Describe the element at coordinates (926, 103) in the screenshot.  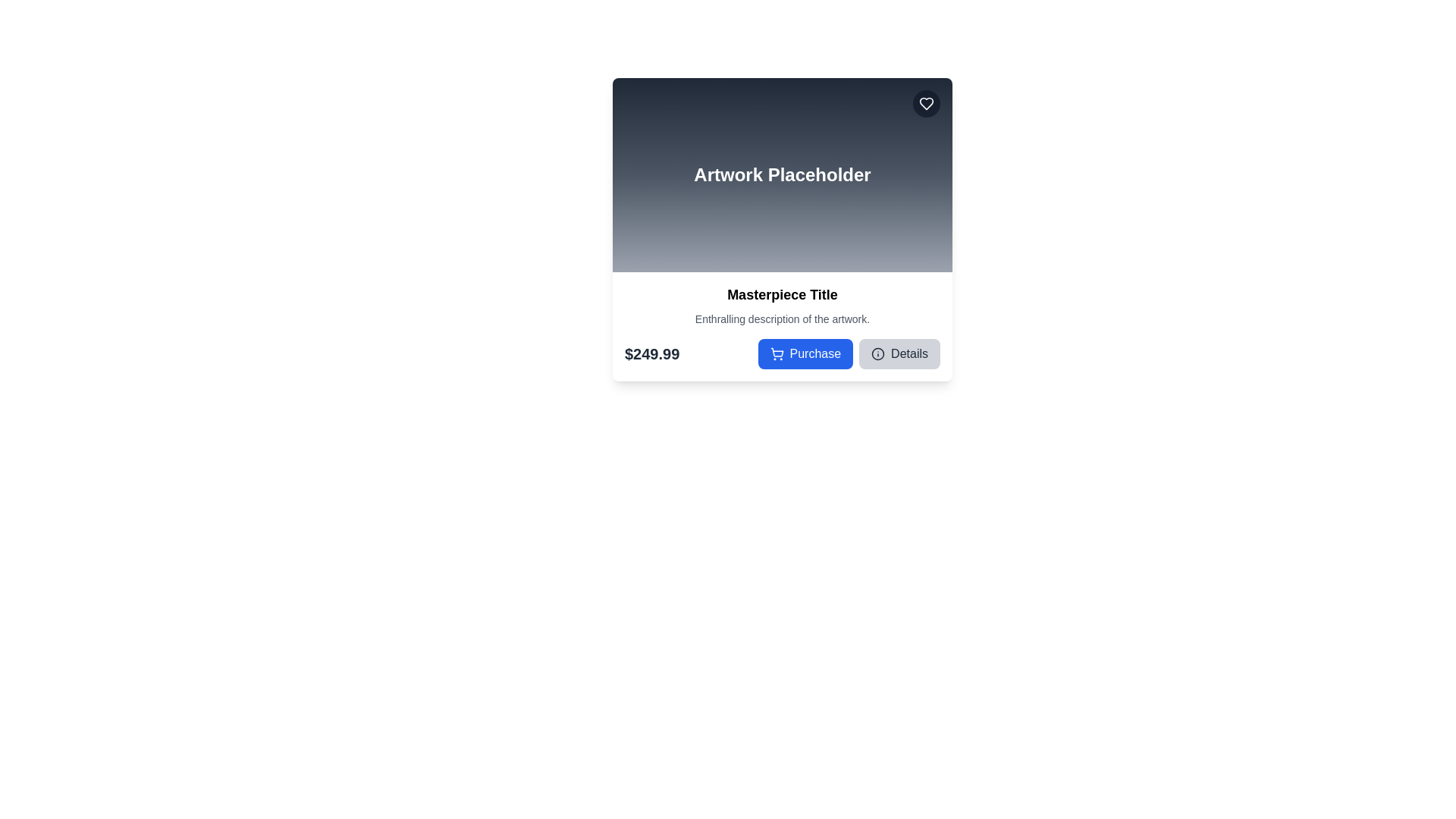
I see `the heart-shaped vector SVG icon located in the top-right corner of the artwork card interface, which serves as a favorite or love action indicator` at that location.